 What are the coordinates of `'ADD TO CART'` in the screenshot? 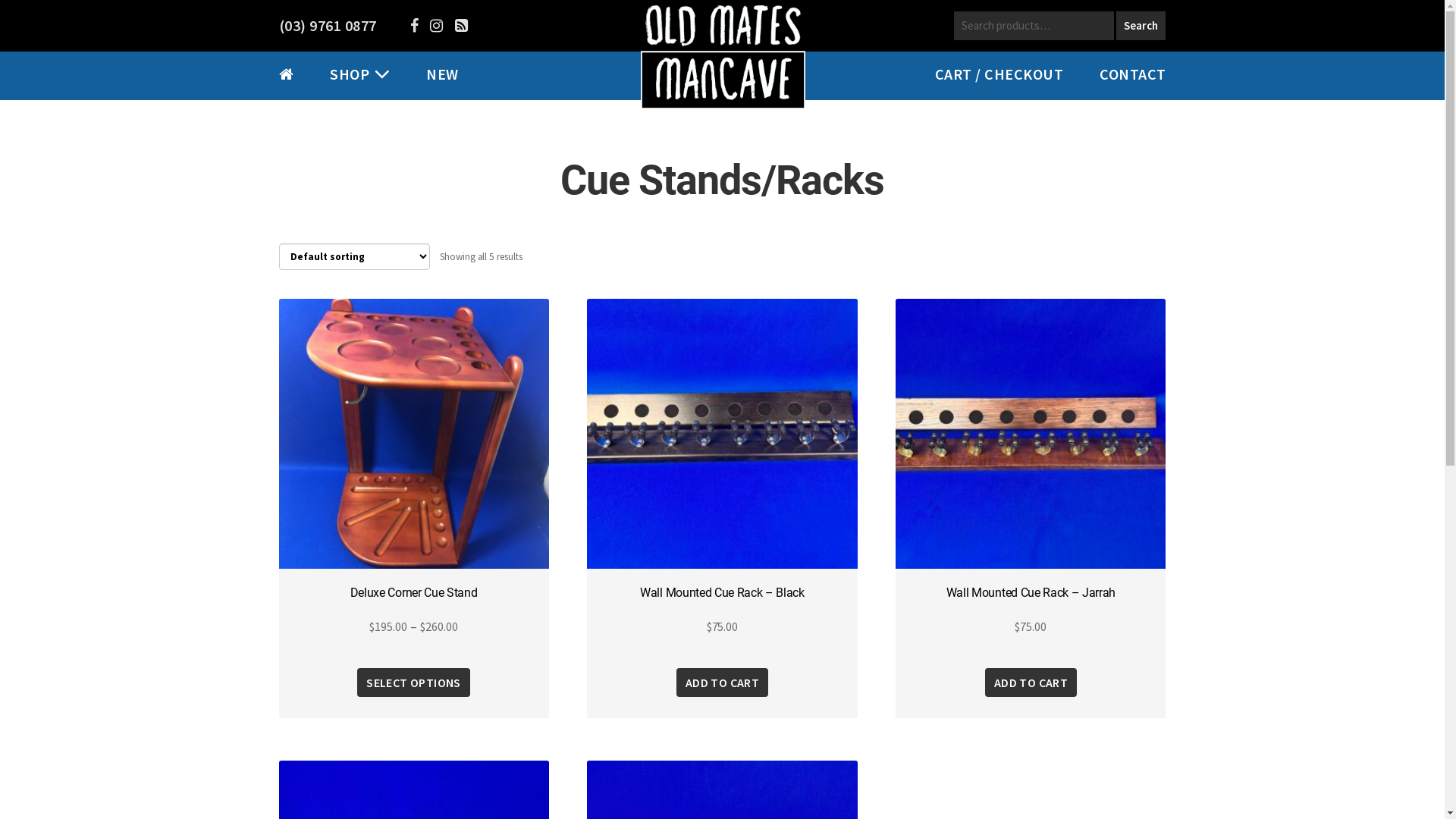 It's located at (721, 681).